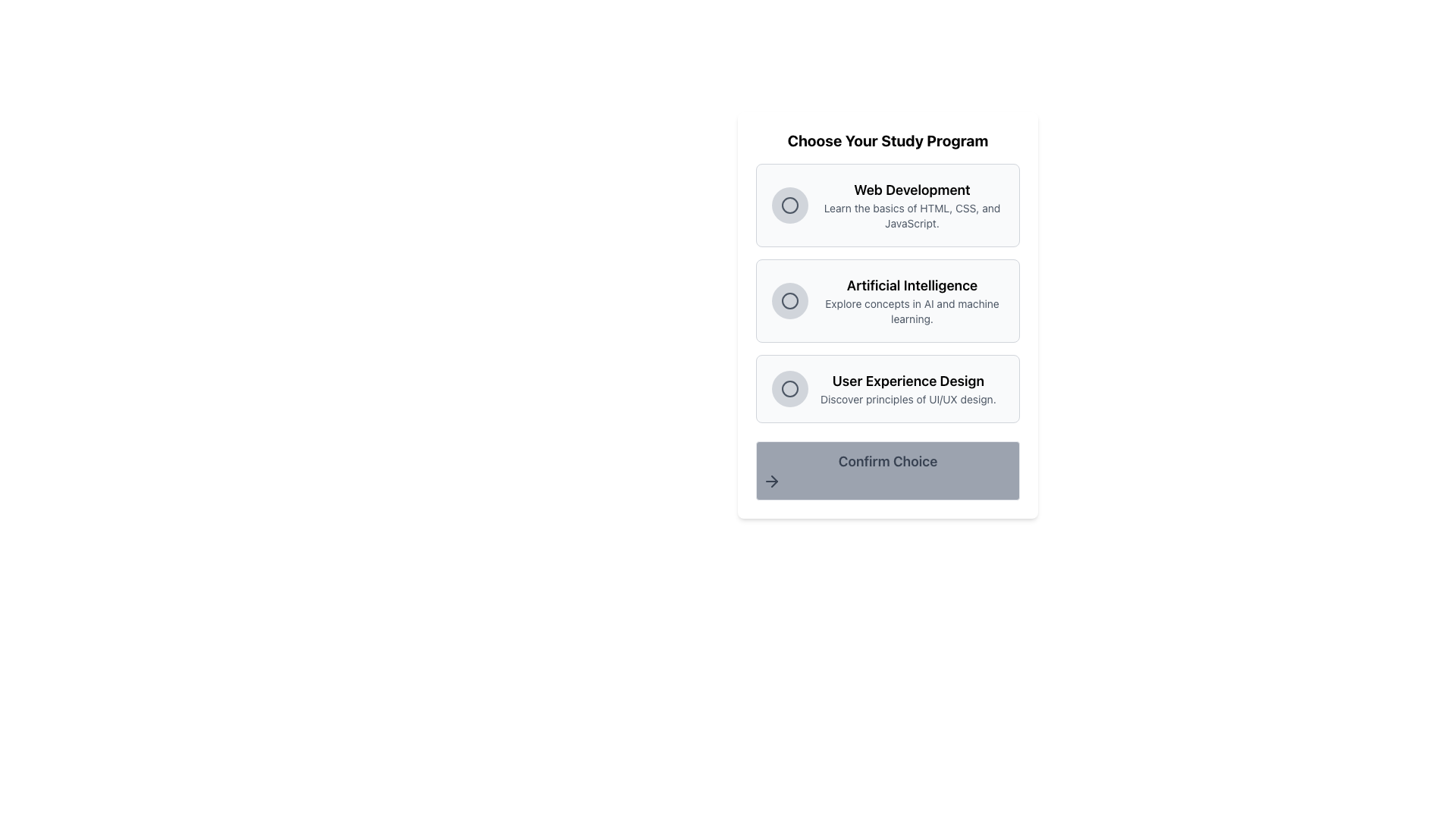  I want to click on text snippet labeled 'Discover principles of UI/UX design.' which is styled in a smaller, grayish font and located beneath the header 'User Experience Design.', so click(908, 399).